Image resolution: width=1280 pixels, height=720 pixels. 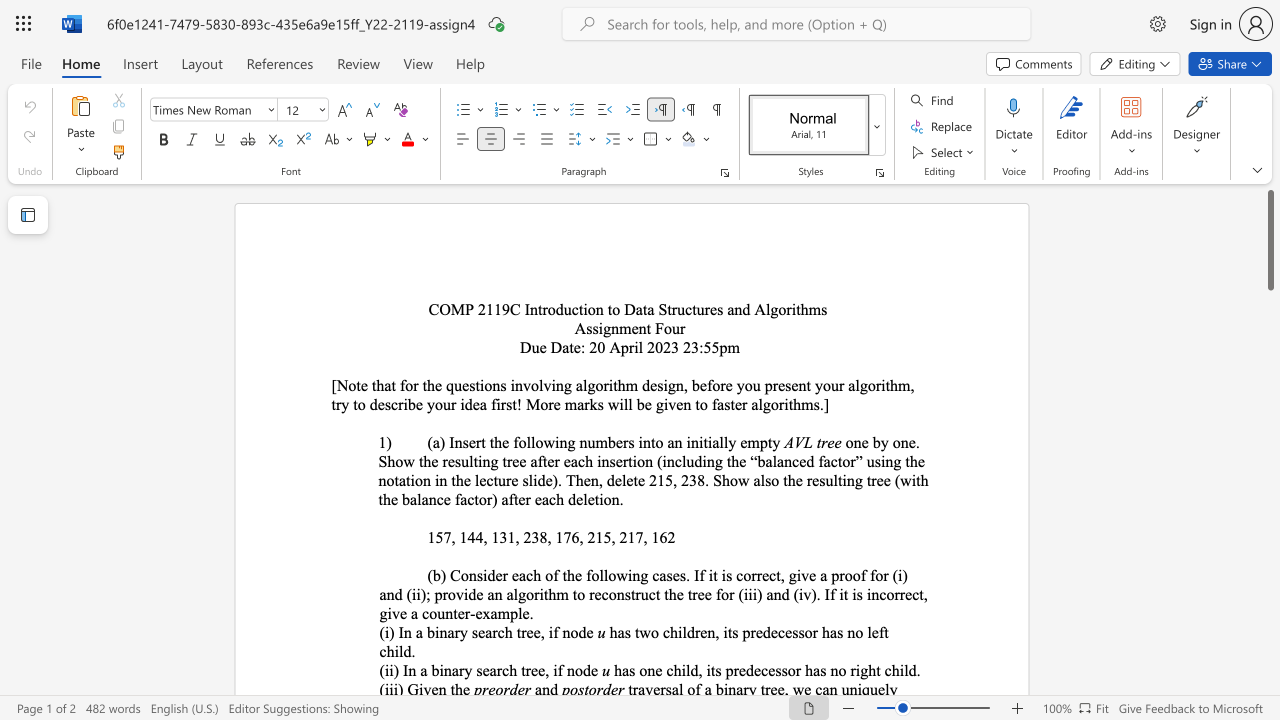 What do you see at coordinates (655, 327) in the screenshot?
I see `the subset text "Fo" within the text "Assignment Four"` at bounding box center [655, 327].